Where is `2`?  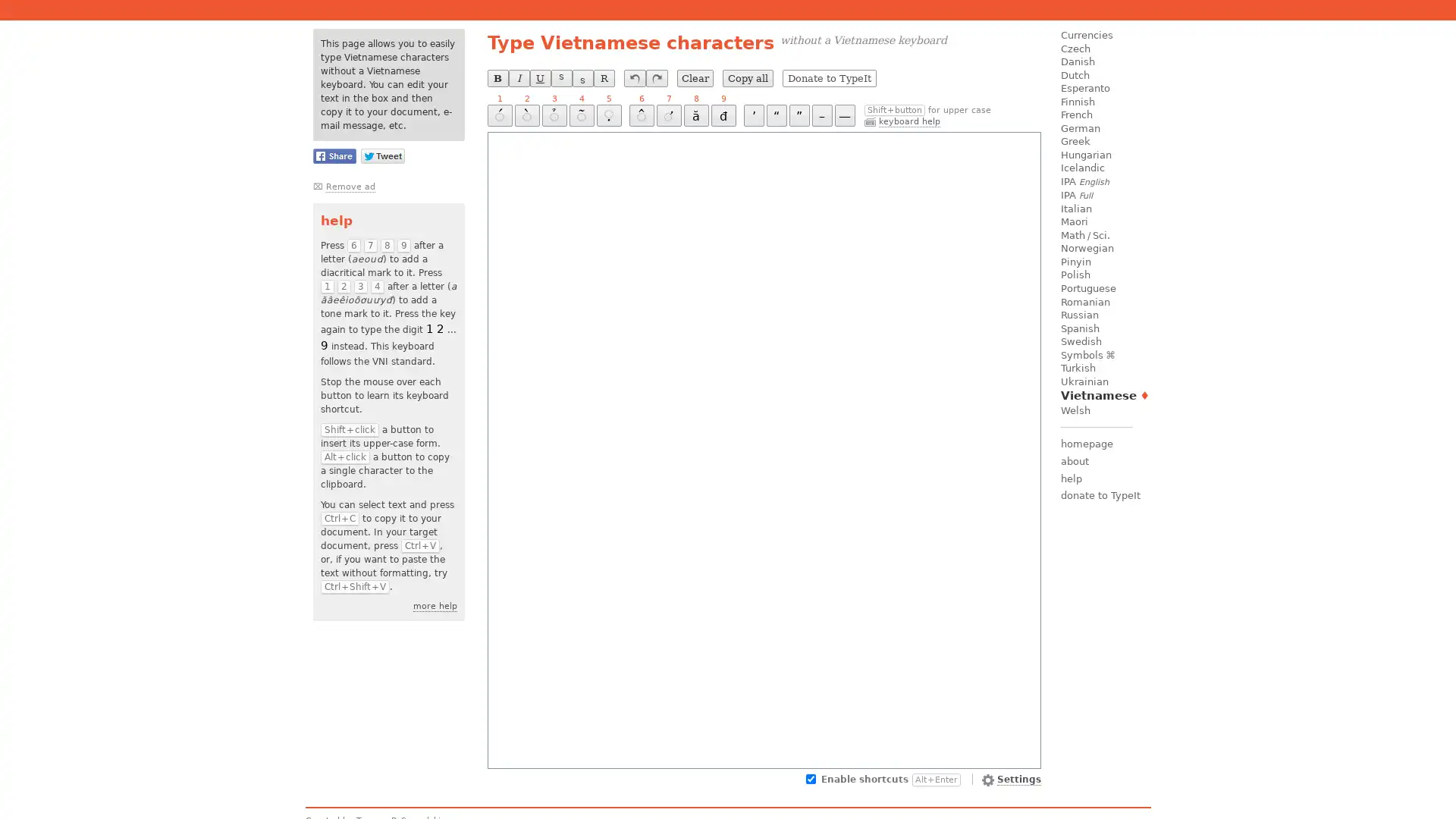
2 is located at coordinates (526, 115).